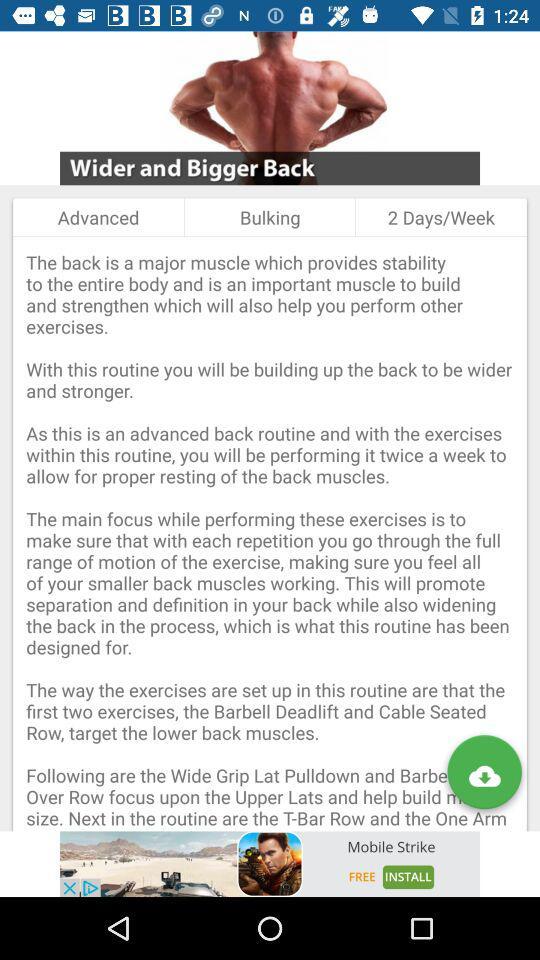  Describe the element at coordinates (441, 217) in the screenshot. I see `icon above the the back is` at that location.